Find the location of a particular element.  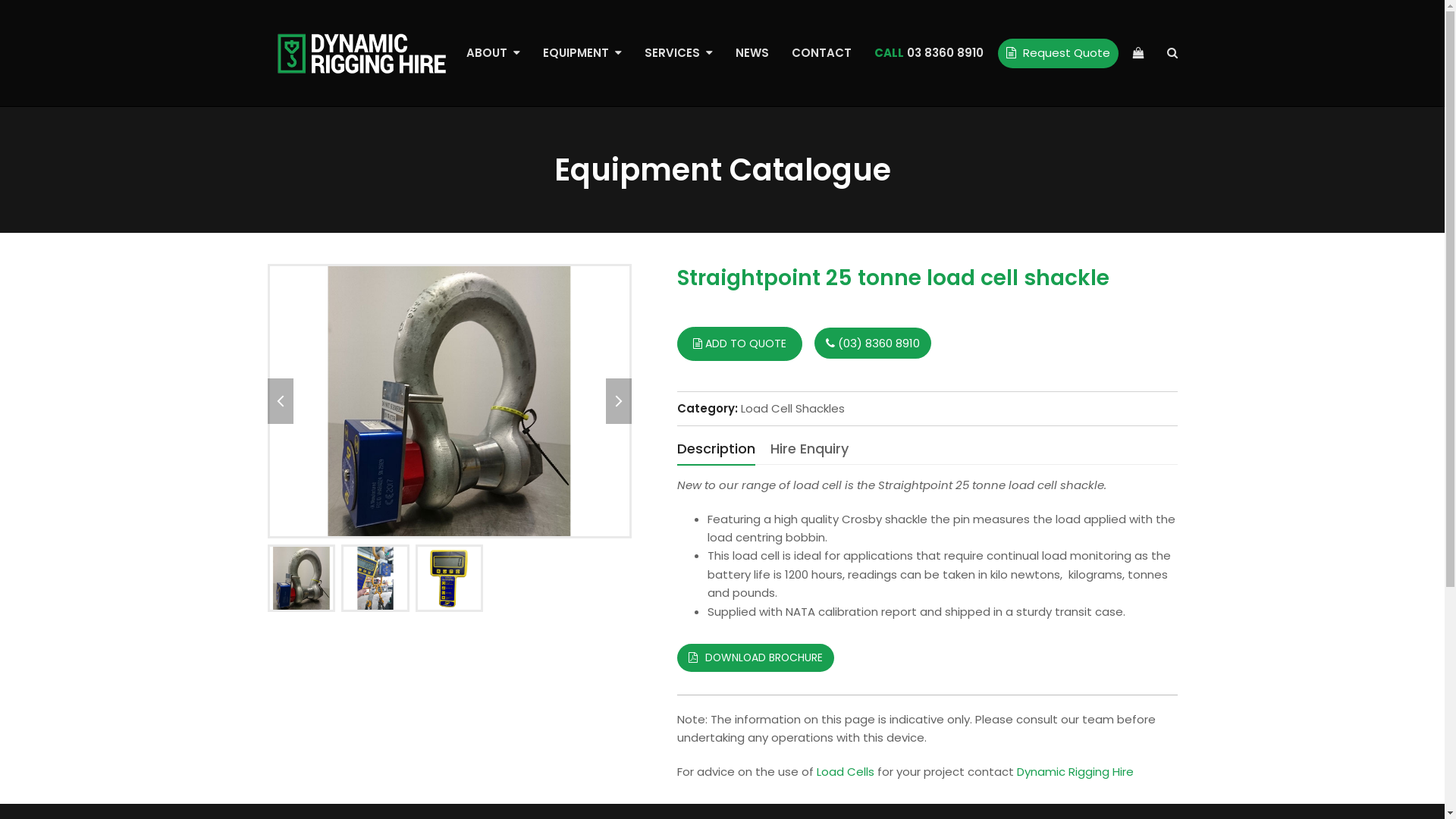

'DOWNLOAD BROCHURE' is located at coordinates (676, 657).